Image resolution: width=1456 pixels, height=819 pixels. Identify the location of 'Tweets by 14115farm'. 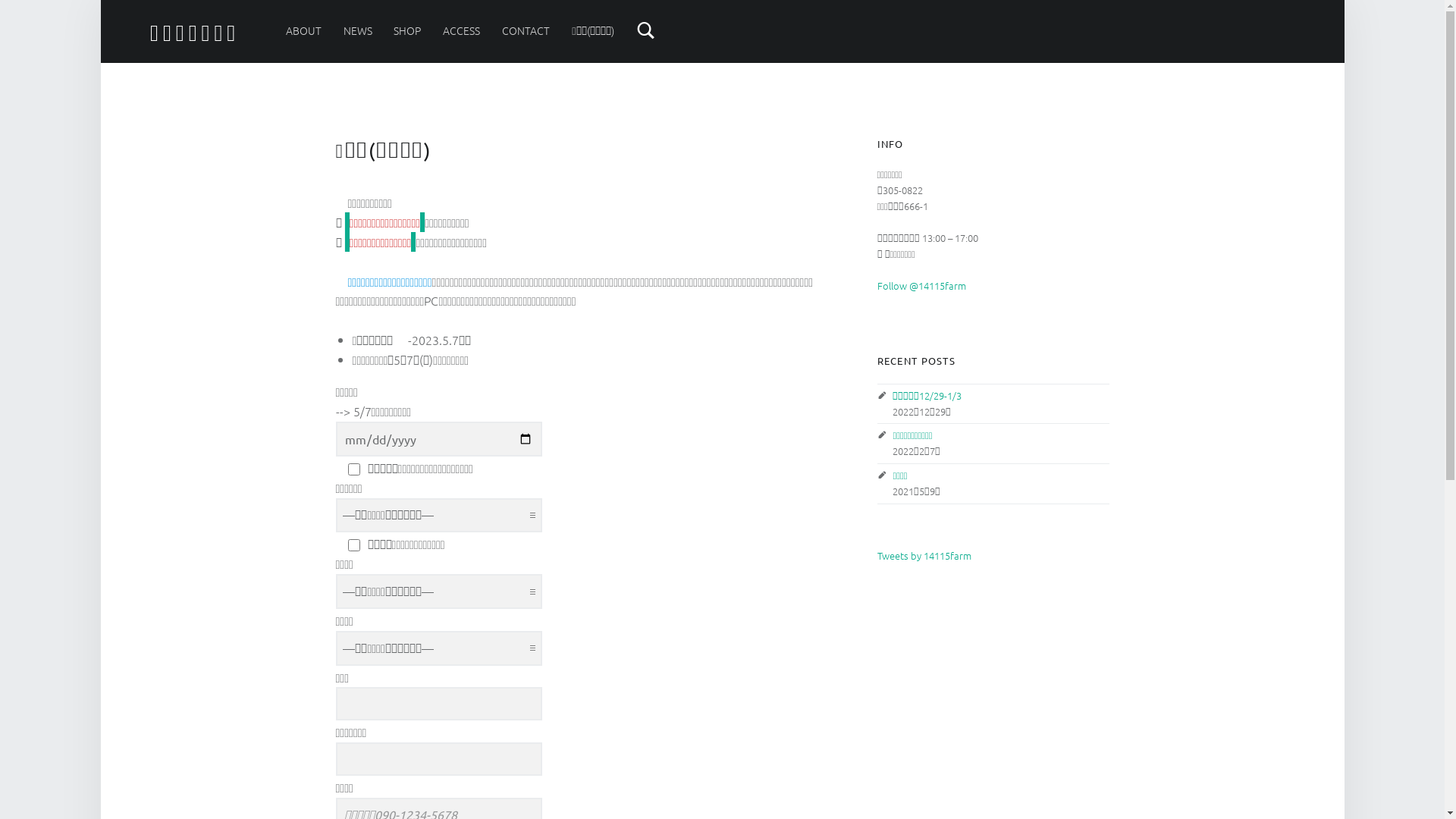
(923, 555).